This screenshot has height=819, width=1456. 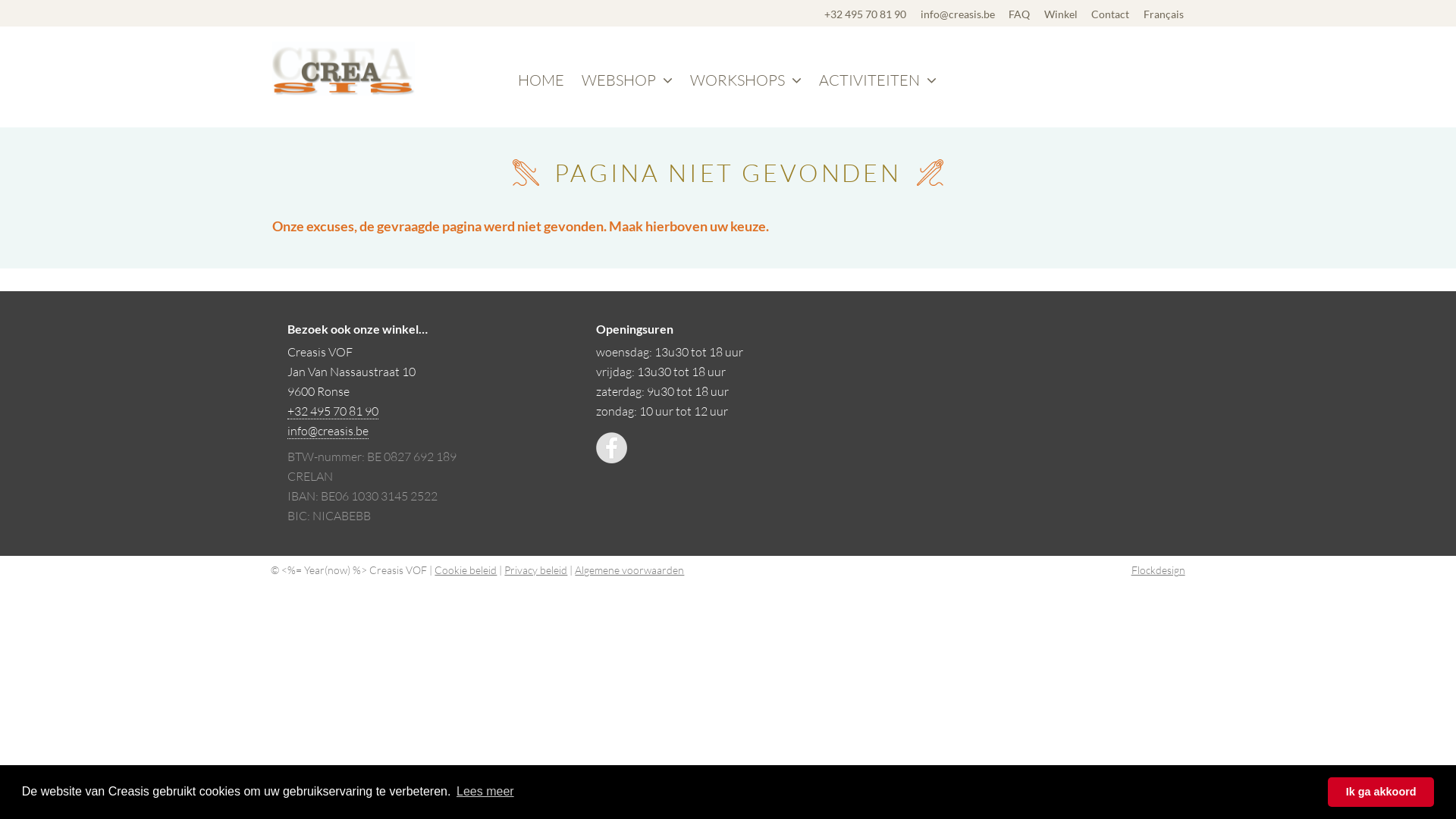 What do you see at coordinates (465, 570) in the screenshot?
I see `'Cookie beleid'` at bounding box center [465, 570].